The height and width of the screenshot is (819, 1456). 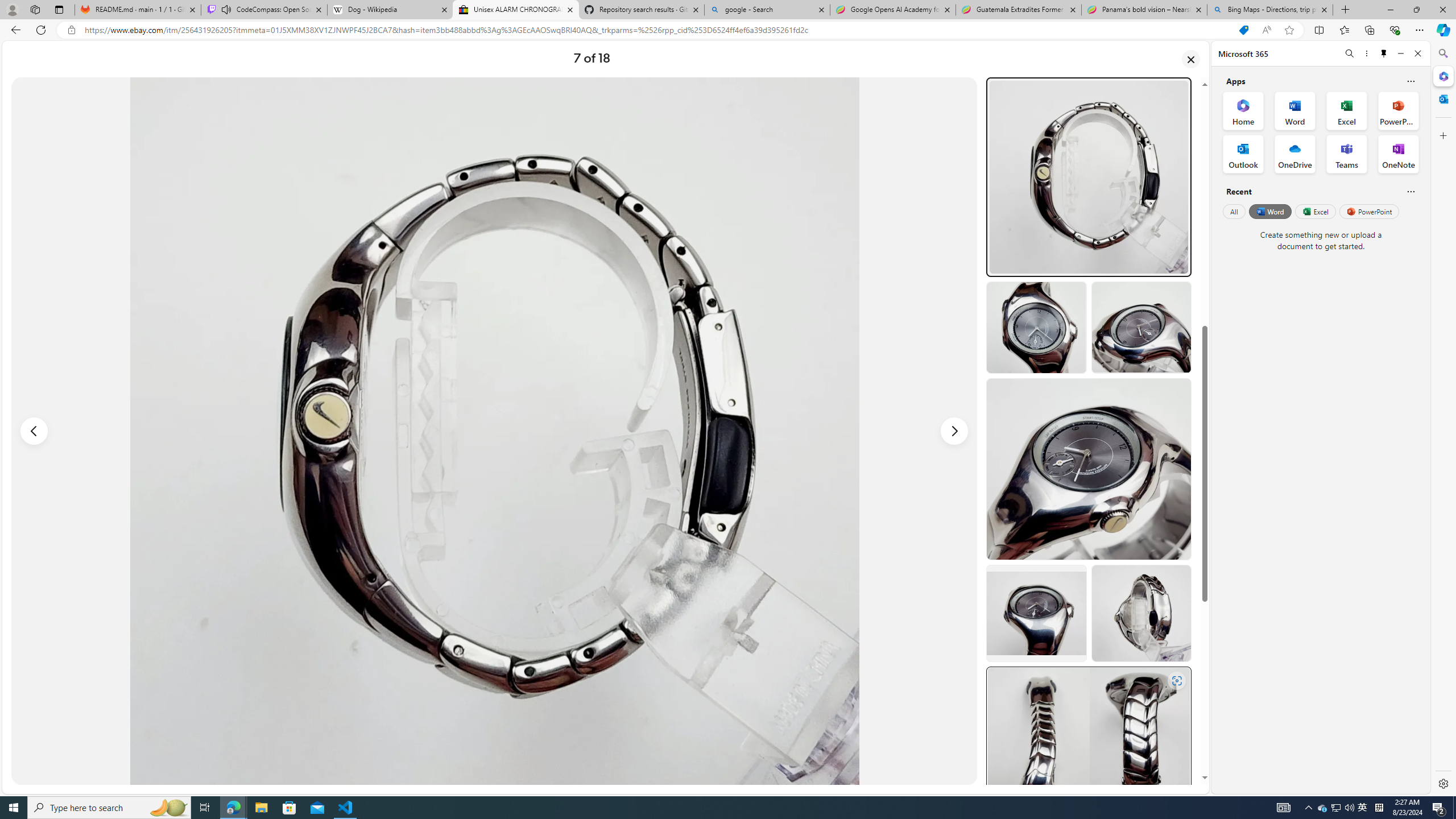 What do you see at coordinates (389, 9) in the screenshot?
I see `'Dog - Wikipedia'` at bounding box center [389, 9].